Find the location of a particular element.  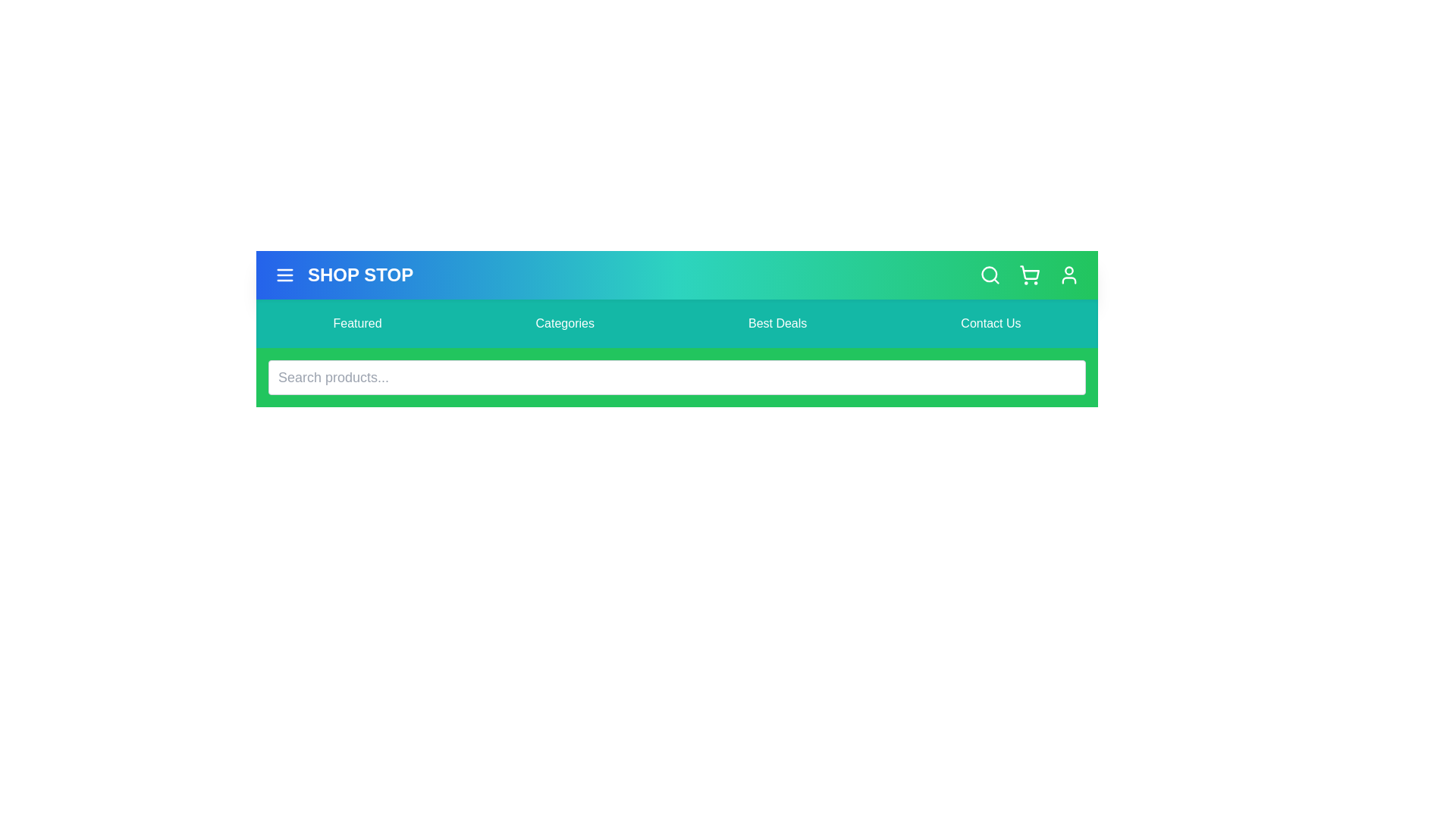

the menu item labeled Categories in the navigation bar is located at coordinates (563, 323).